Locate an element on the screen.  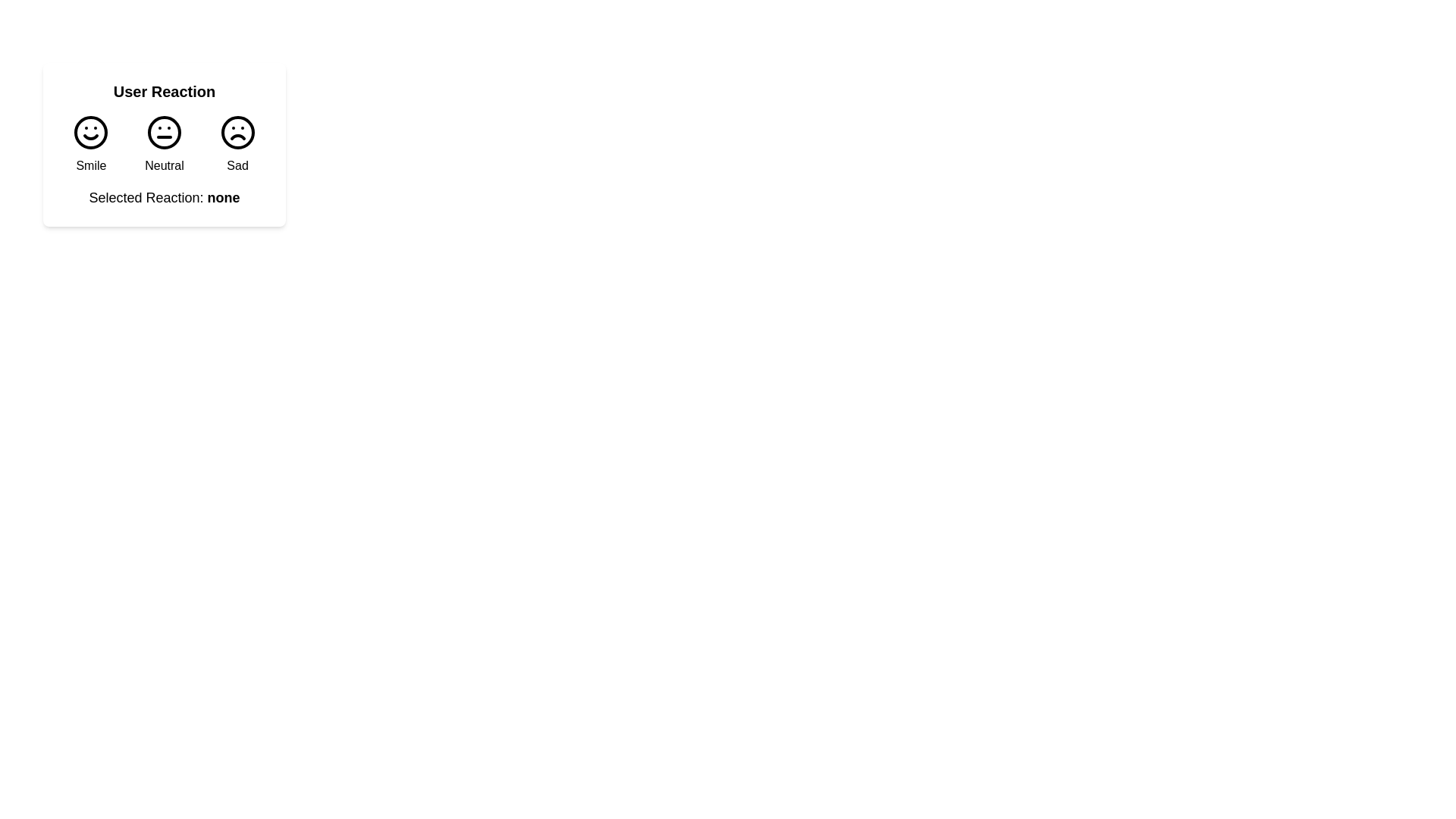
the smile arc element of the first reaction emoji, which is located at the bottom of the circular face icon is located at coordinates (90, 137).